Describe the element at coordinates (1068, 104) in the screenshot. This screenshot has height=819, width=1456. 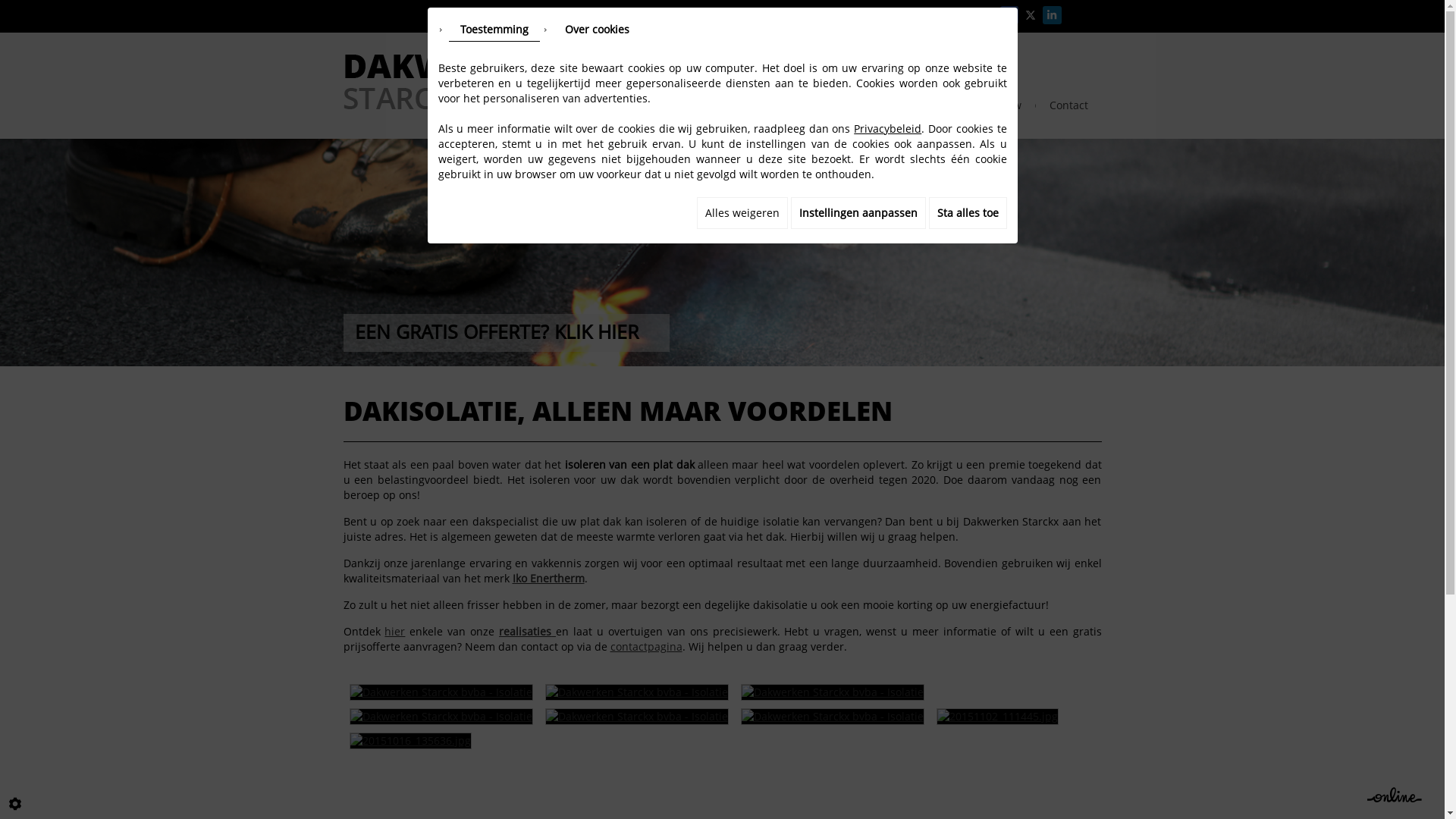
I see `'Contact'` at that location.